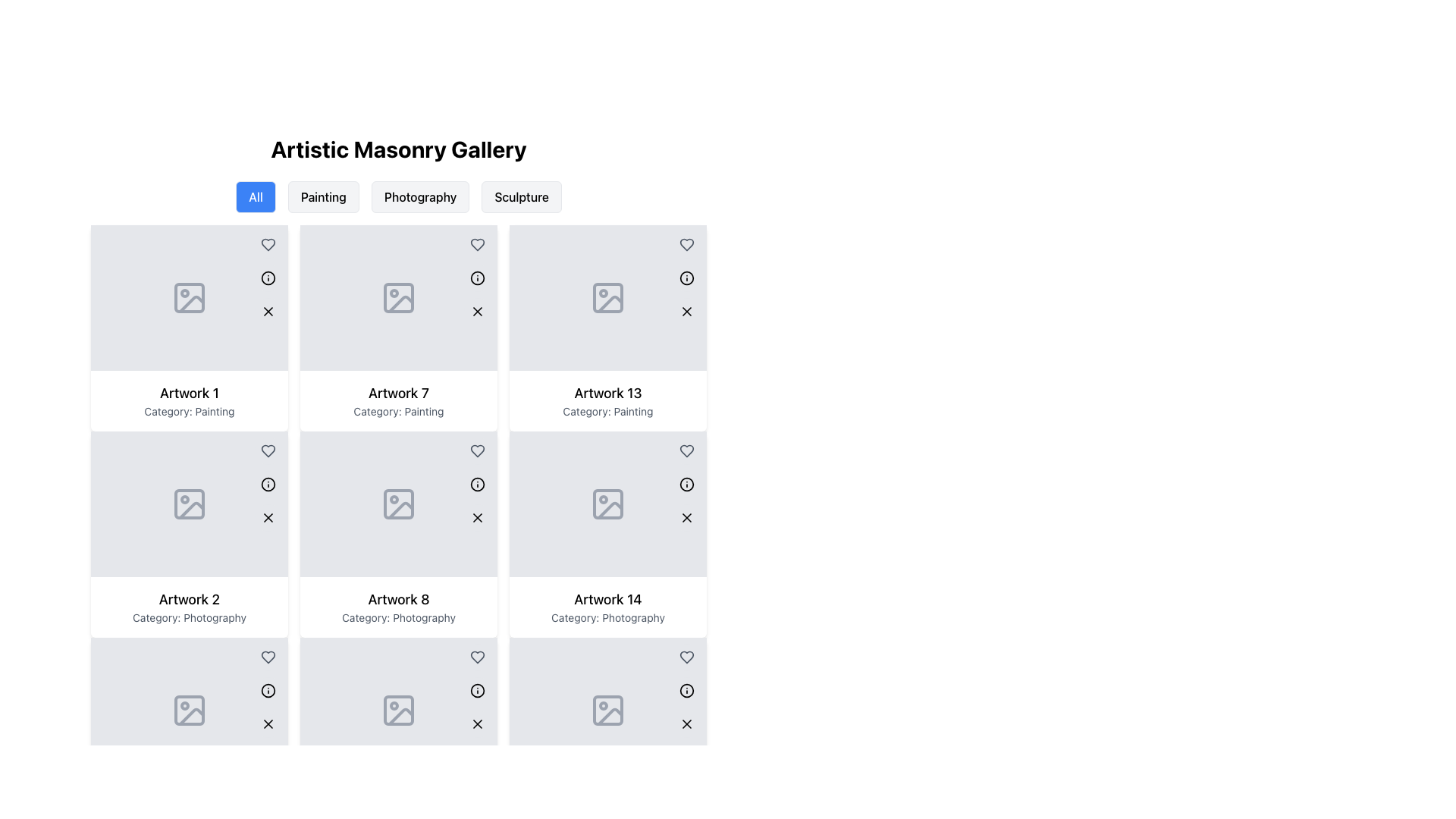 This screenshot has height=819, width=1456. What do you see at coordinates (399, 400) in the screenshot?
I see `the Text Block that provides information about an artwork, specifically its title and category, located in the second column of the second row of the grid layout` at bounding box center [399, 400].